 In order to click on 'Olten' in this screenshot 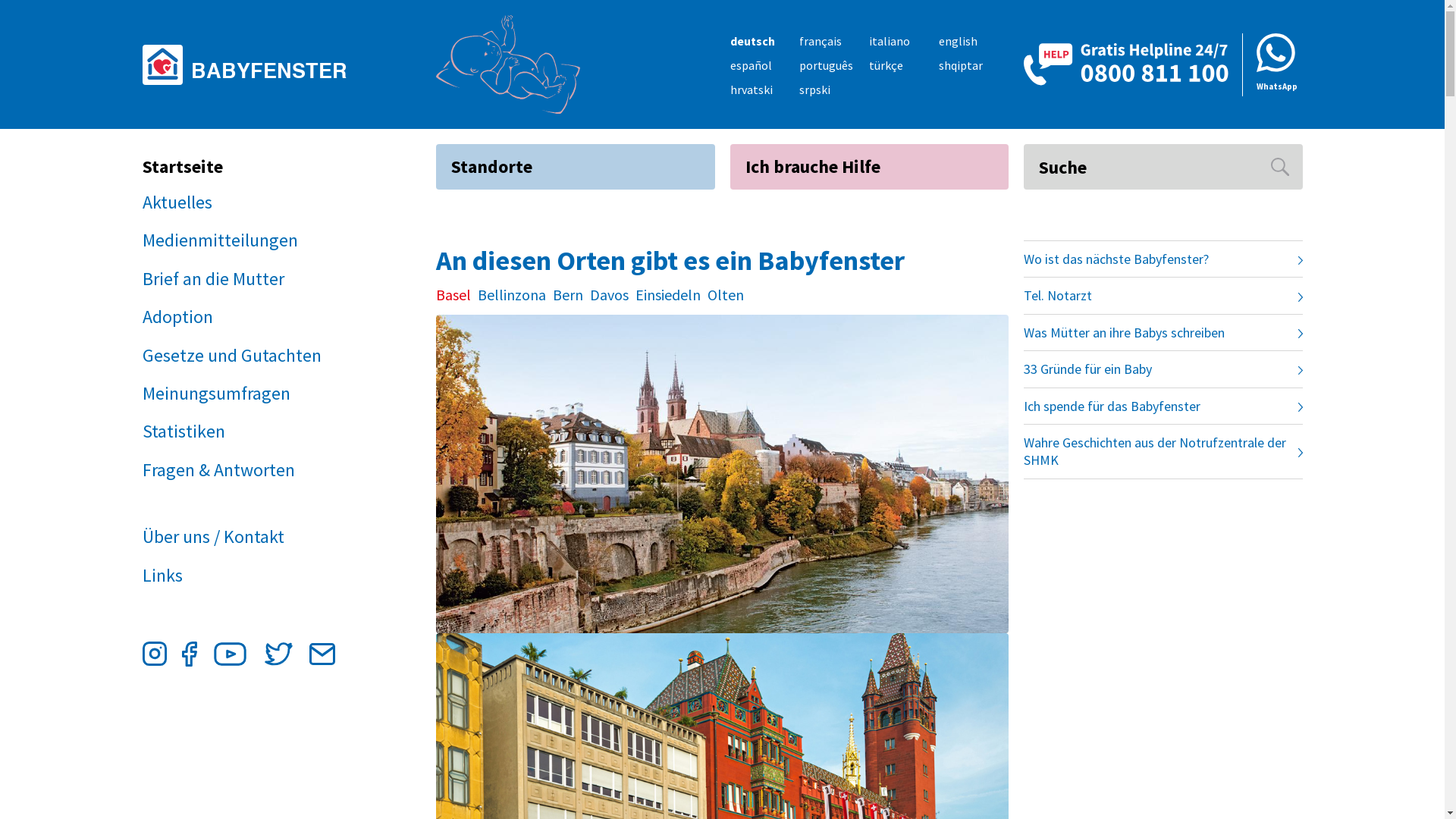, I will do `click(724, 295)`.